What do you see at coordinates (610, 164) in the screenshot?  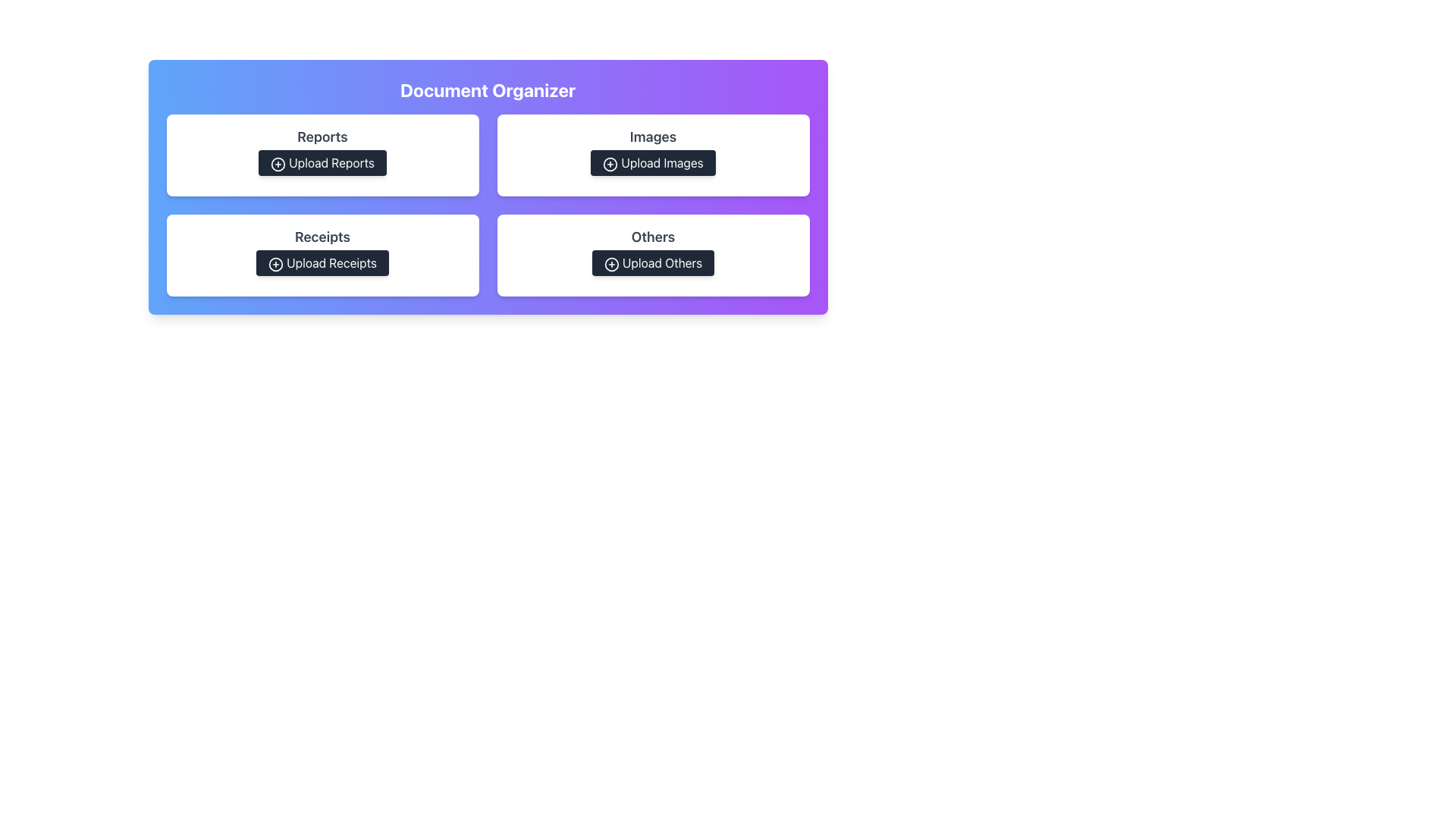 I see `the 'Upload Images' button which contains the icon for adding or uploading content located in the top-right panel labeled 'Images'` at bounding box center [610, 164].